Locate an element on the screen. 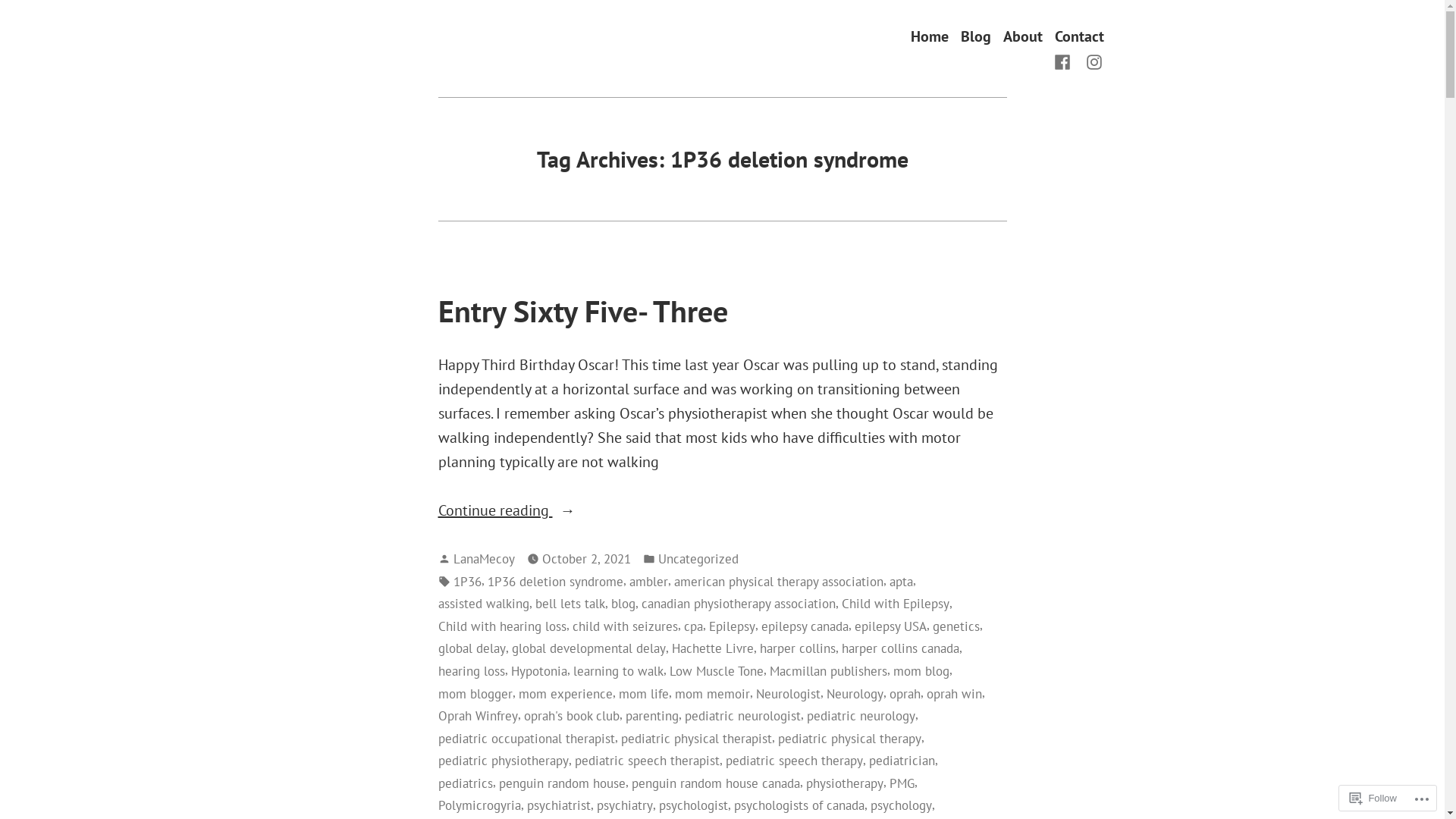  'Oprah Winfrey' is located at coordinates (477, 716).